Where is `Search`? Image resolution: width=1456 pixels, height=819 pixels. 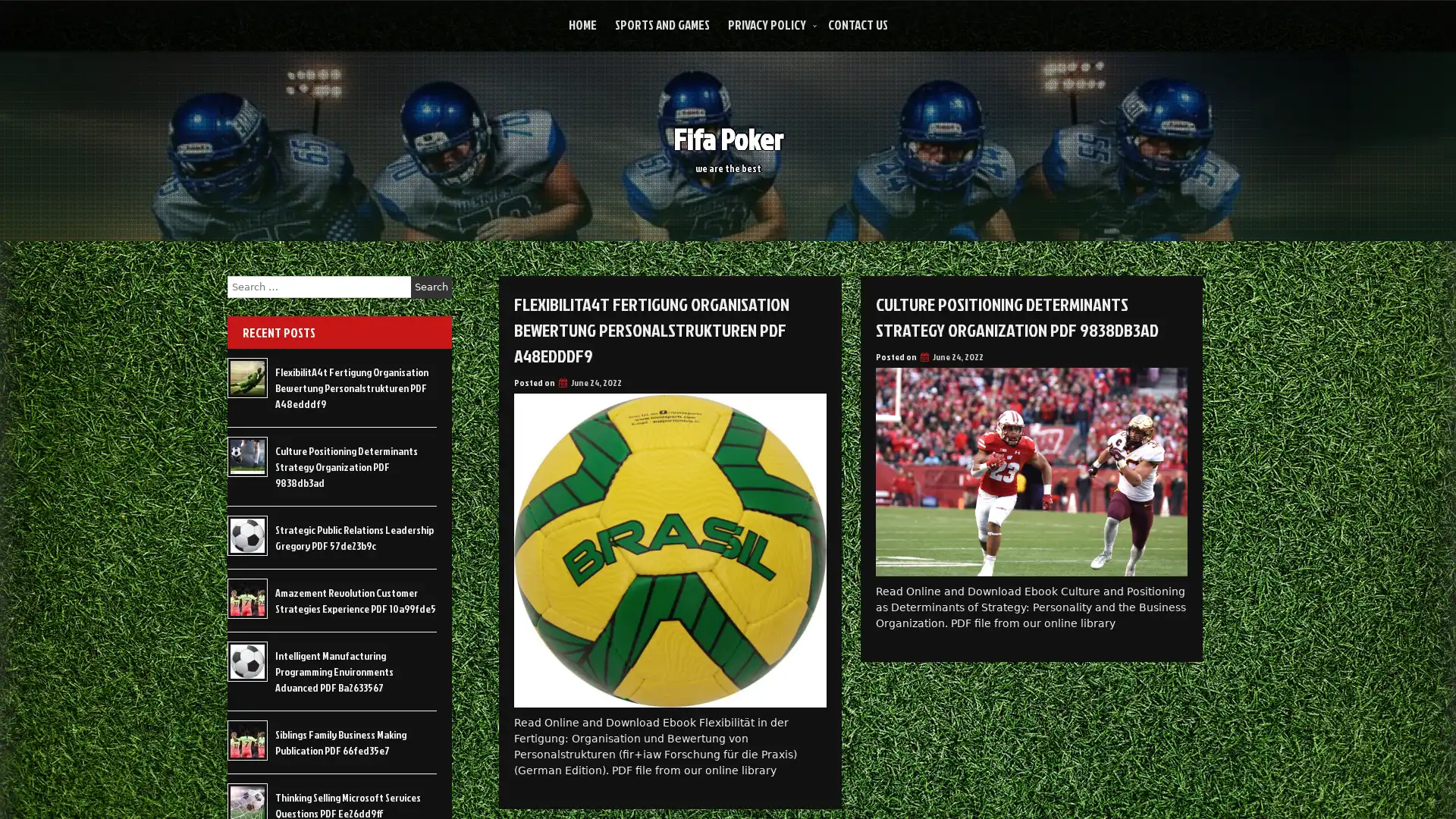 Search is located at coordinates (431, 287).